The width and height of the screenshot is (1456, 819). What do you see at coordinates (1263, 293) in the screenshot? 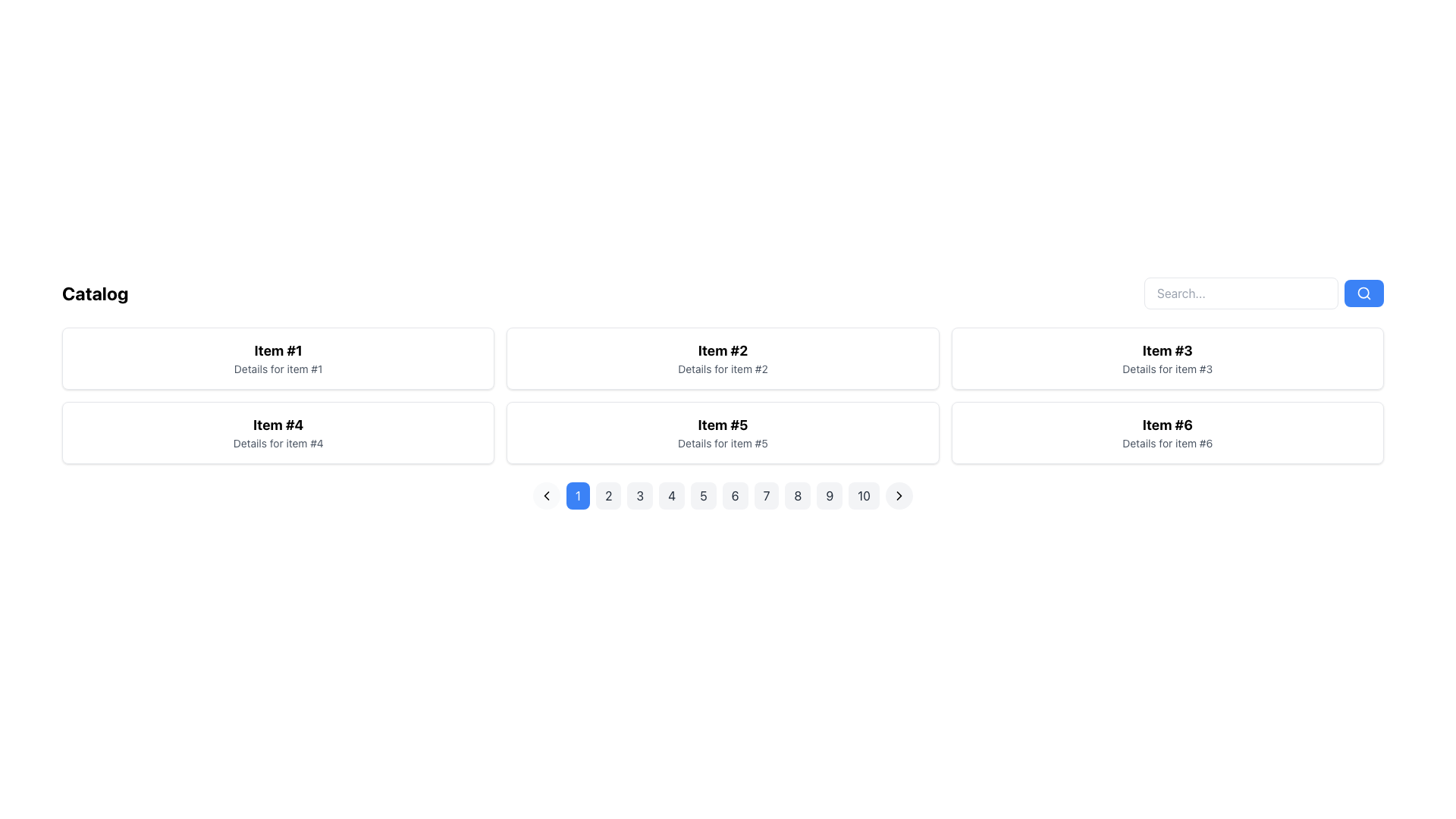
I see `the search button located in the top-right corner of the interface, adjacent to the title 'Catalog'` at bounding box center [1263, 293].